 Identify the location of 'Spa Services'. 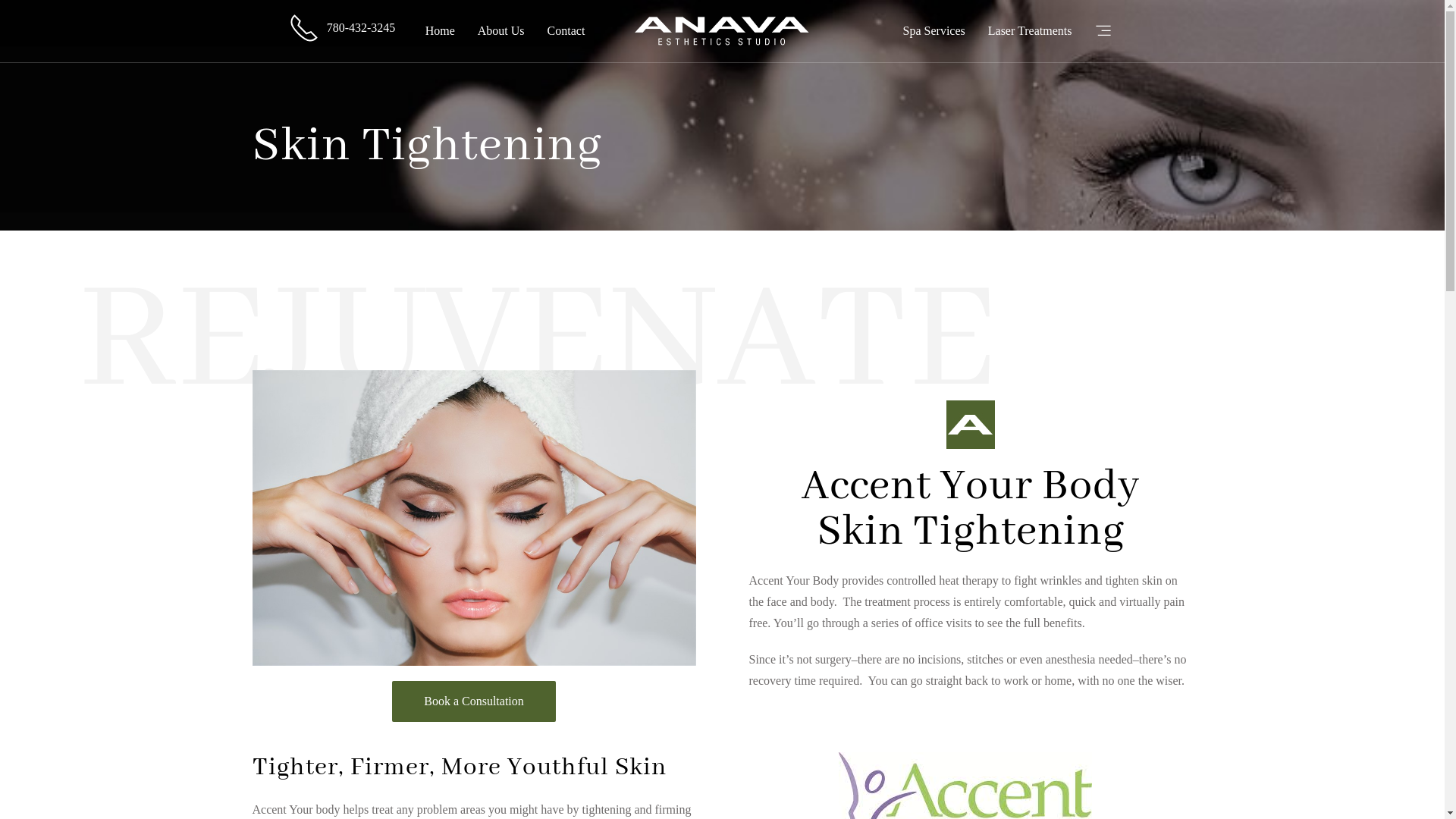
(934, 31).